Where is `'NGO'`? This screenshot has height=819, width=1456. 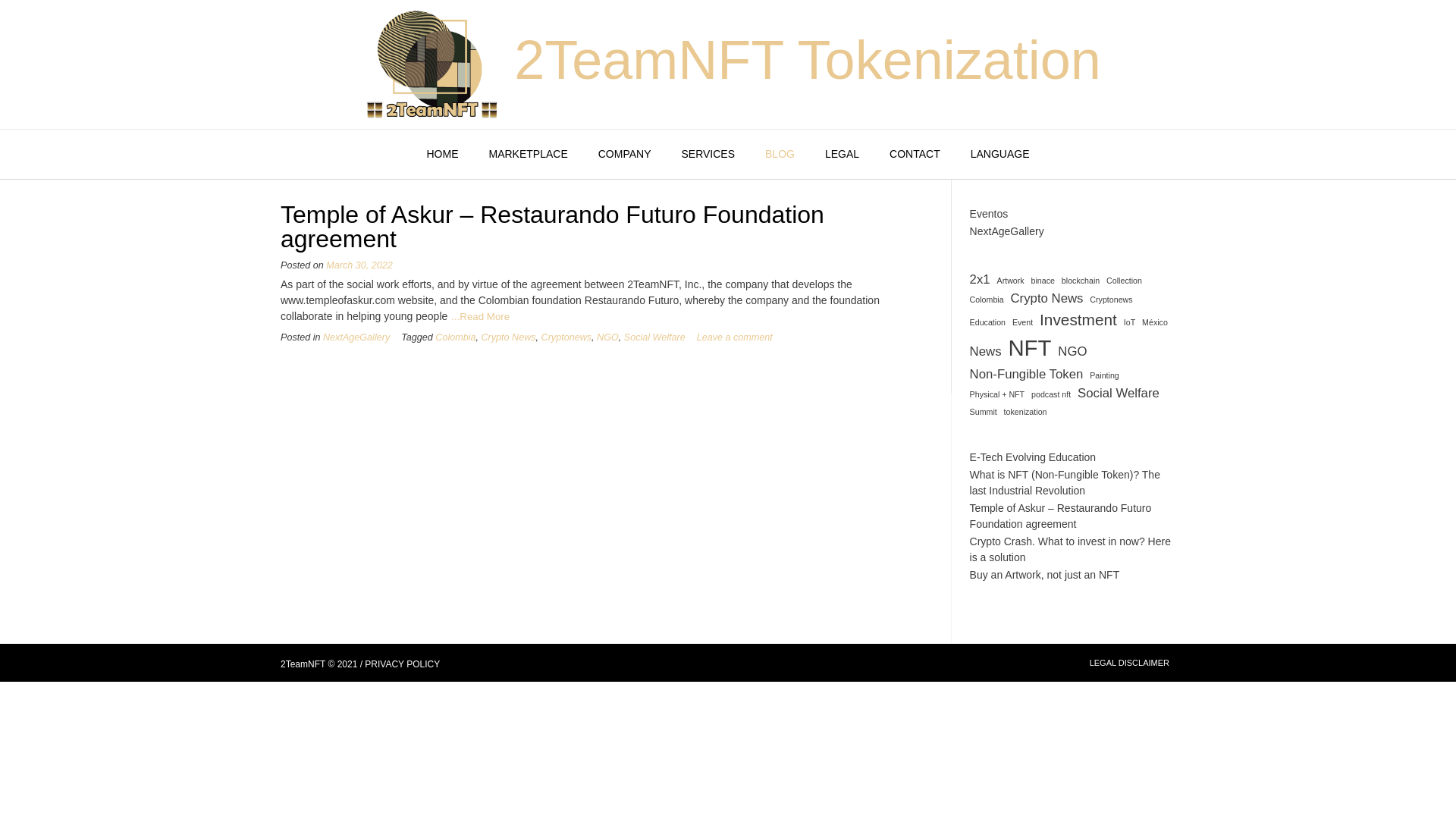 'NGO' is located at coordinates (1057, 351).